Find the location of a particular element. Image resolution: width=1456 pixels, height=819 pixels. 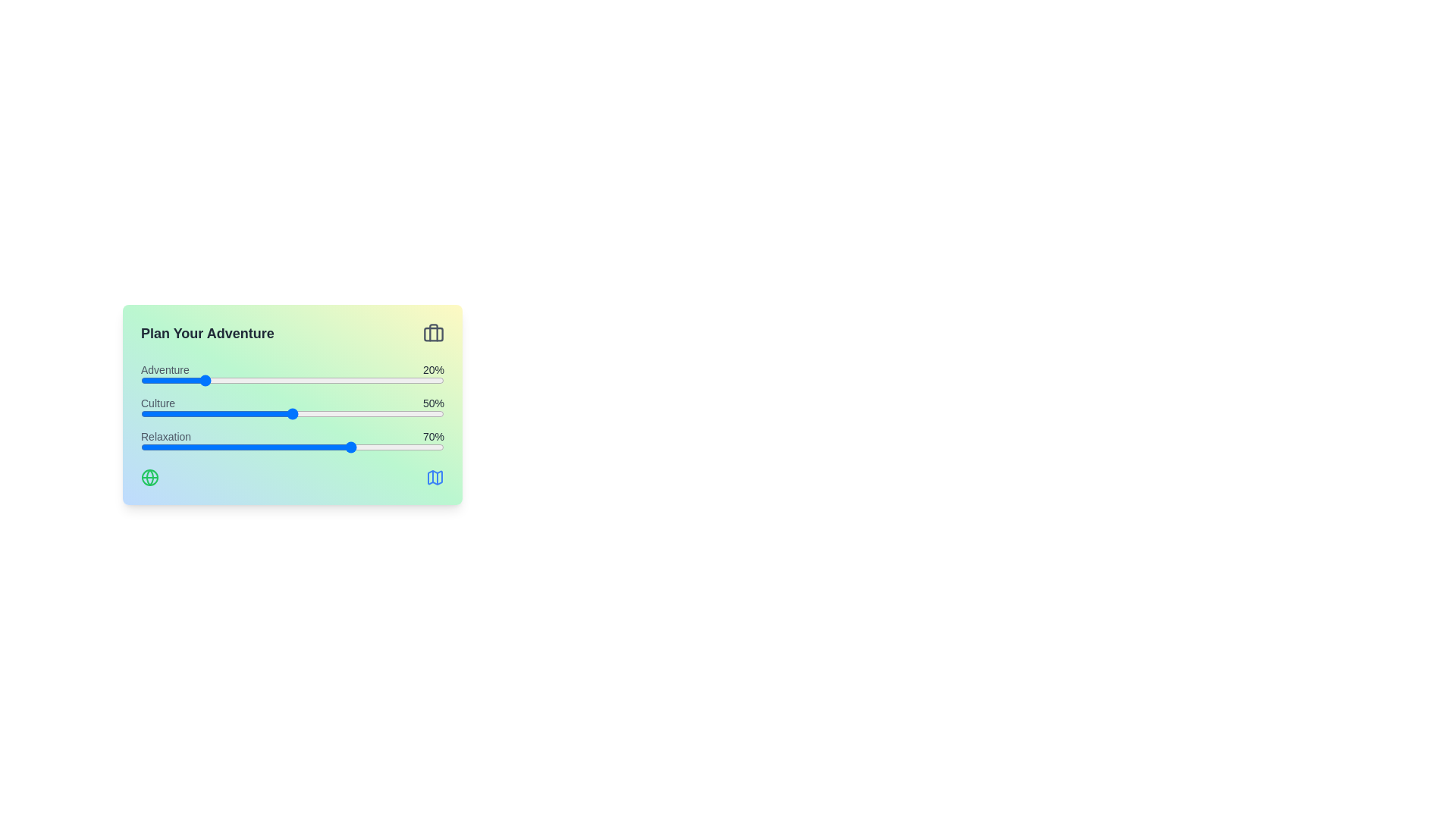

the 'Culture' slider to 16% is located at coordinates (188, 414).